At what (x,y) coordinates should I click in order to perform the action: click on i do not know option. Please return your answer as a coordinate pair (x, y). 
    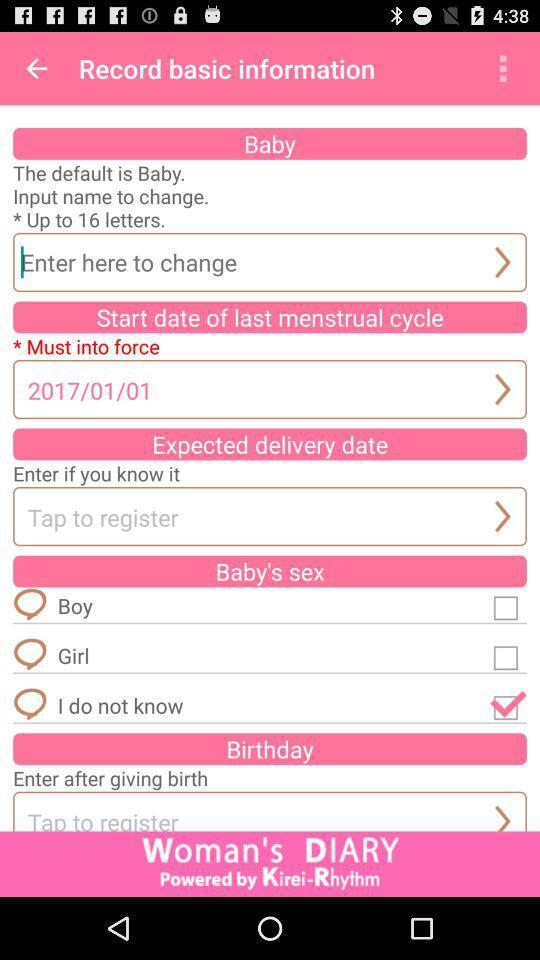
    Looking at the image, I should click on (508, 705).